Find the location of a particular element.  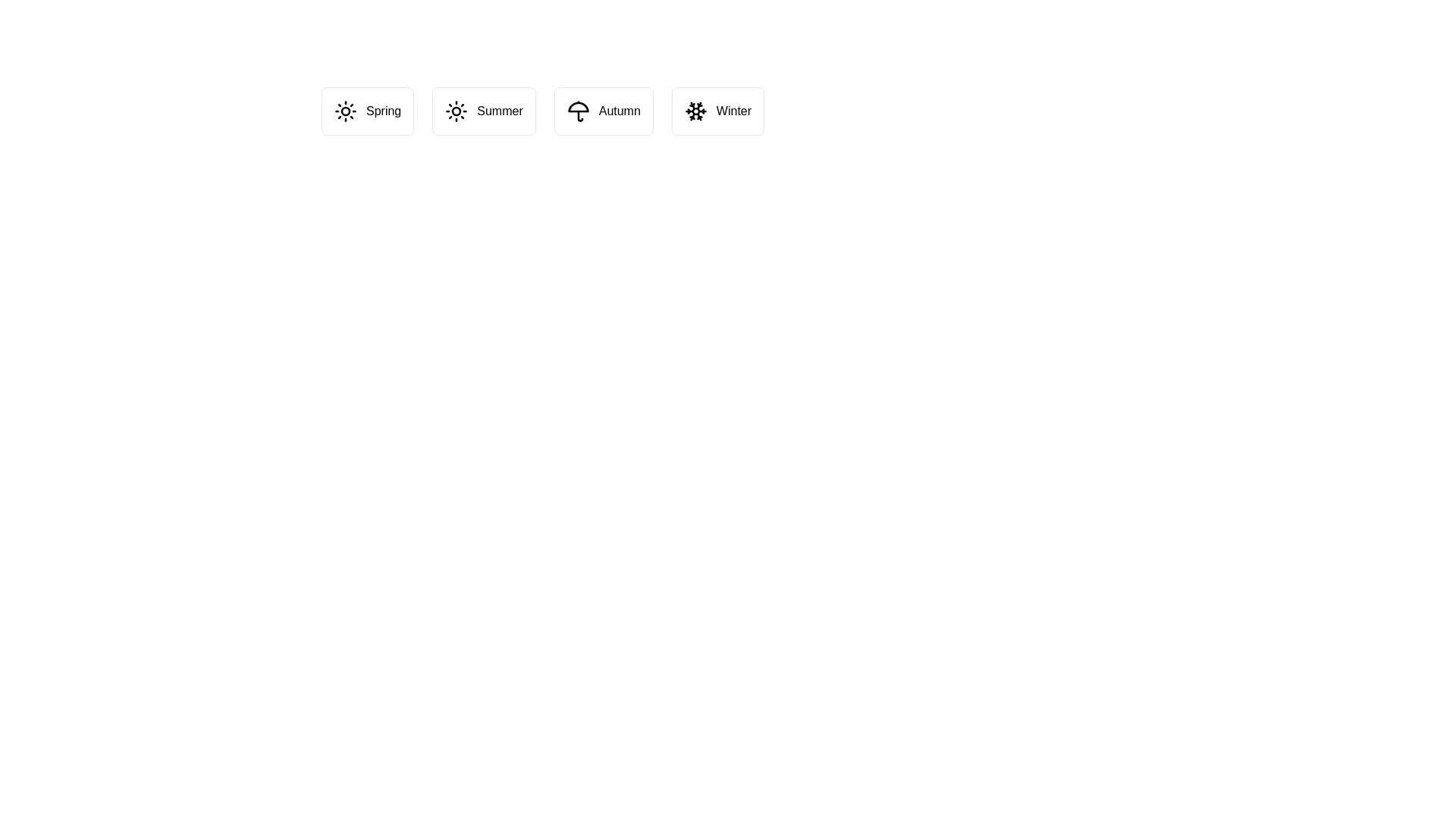

the icon representing the 'Spring' season located at the center-left part of the card labeled 'Spring' is located at coordinates (345, 110).